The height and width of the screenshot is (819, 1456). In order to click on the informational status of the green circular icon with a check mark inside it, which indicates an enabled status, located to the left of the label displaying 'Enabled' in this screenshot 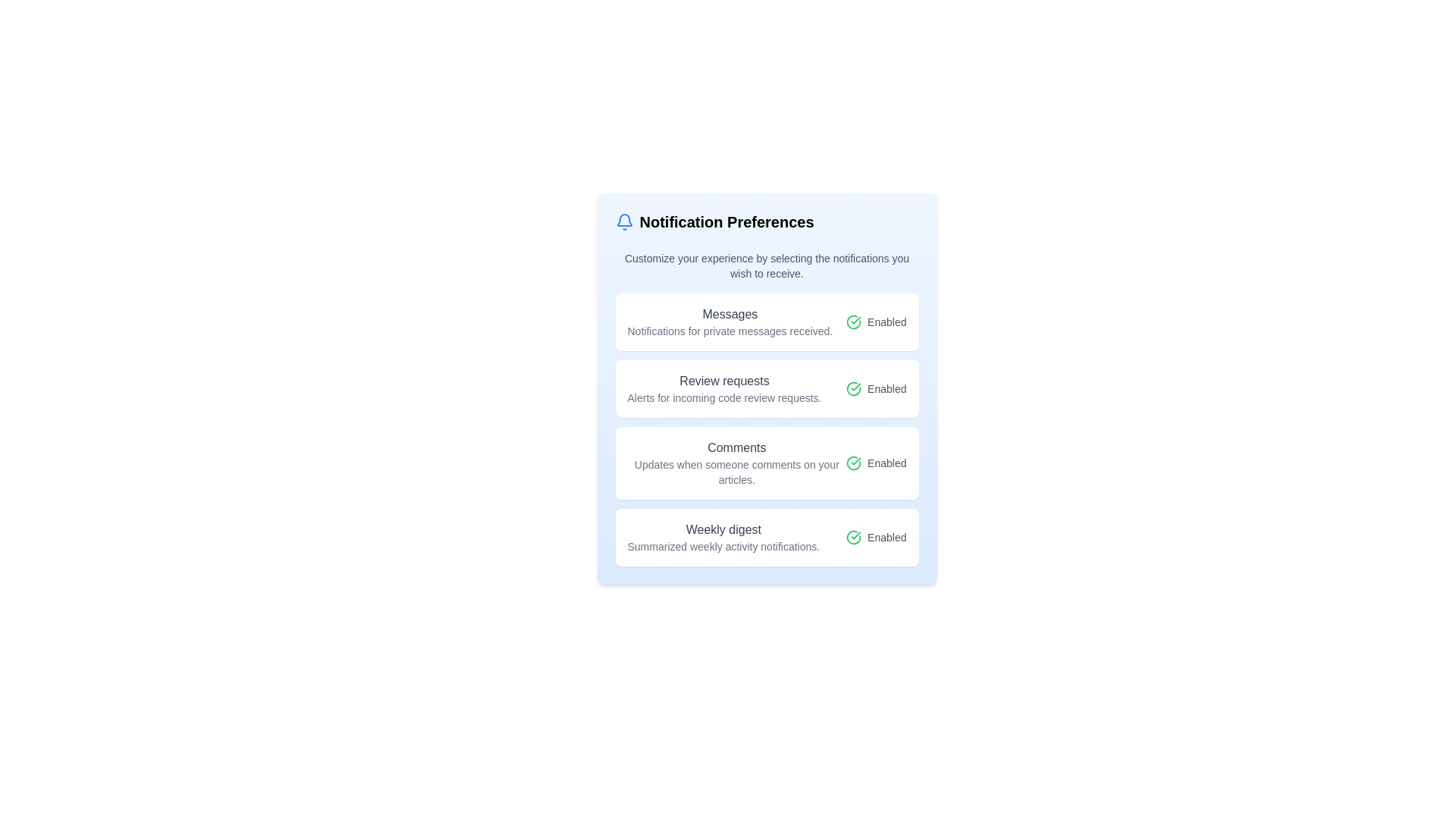, I will do `click(854, 537)`.